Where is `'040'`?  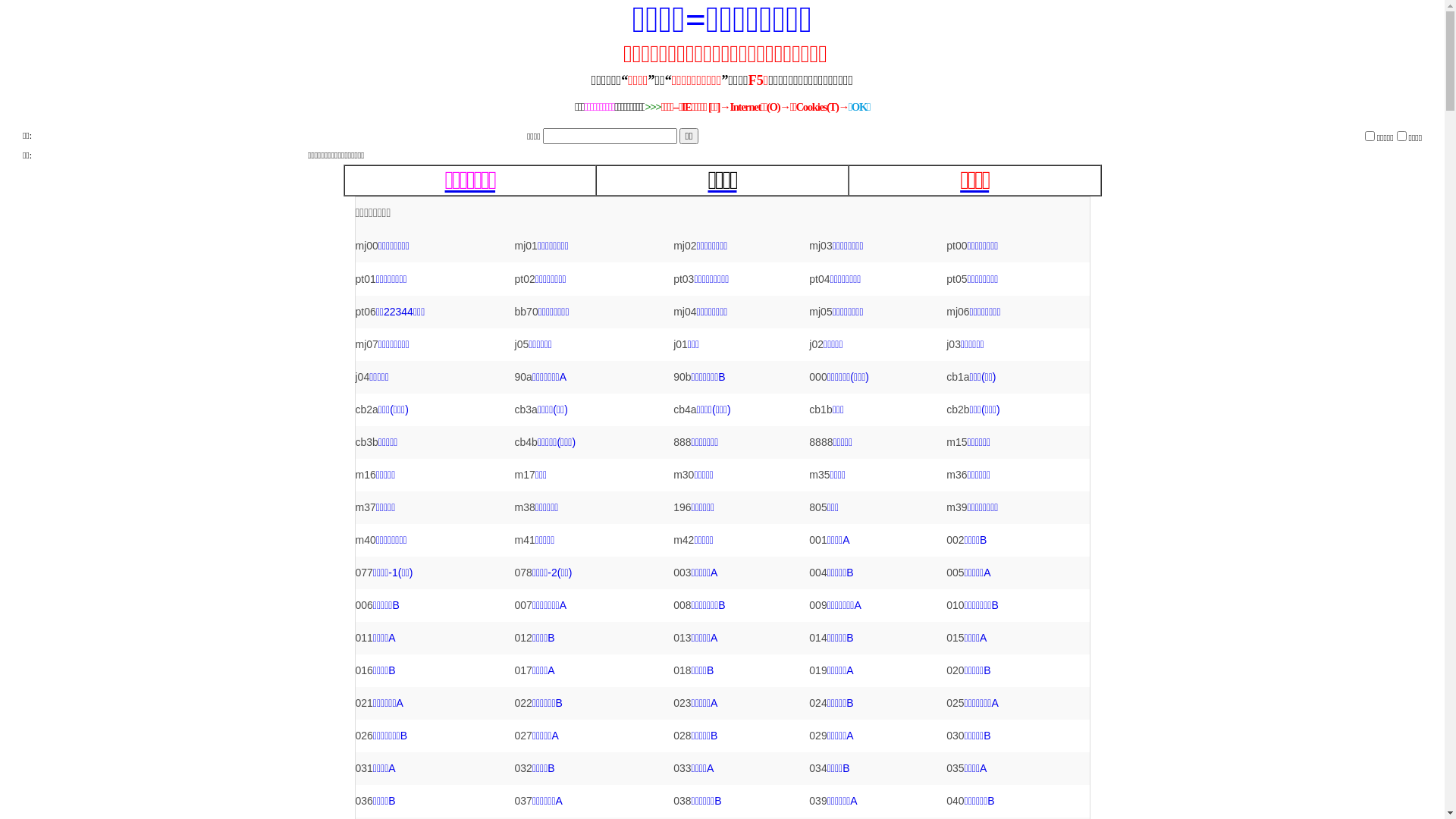
'040' is located at coordinates (954, 800).